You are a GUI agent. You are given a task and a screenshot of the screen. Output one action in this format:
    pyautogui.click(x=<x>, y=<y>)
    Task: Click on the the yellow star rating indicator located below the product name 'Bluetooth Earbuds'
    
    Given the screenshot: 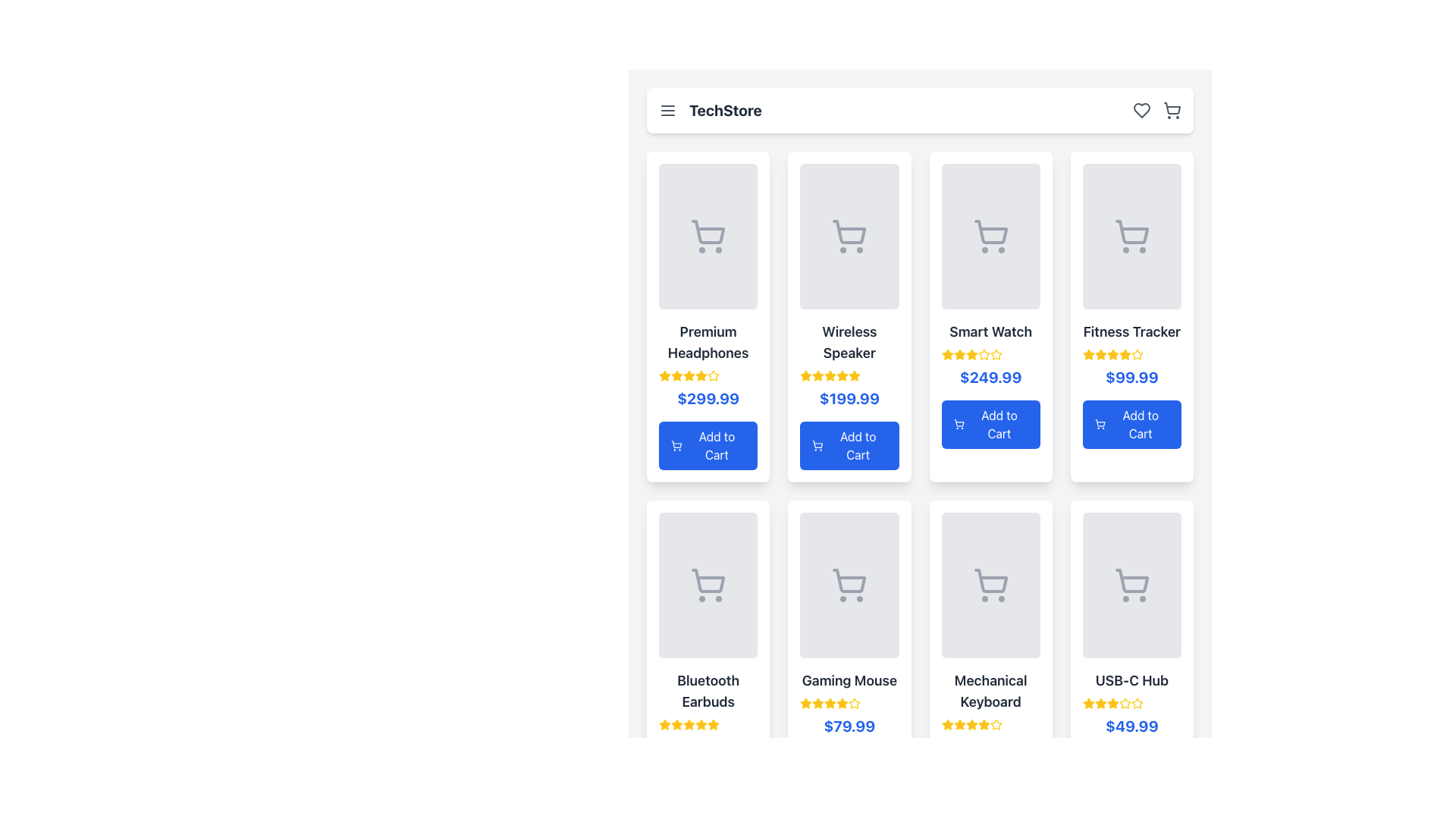 What is the action you would take?
    pyautogui.click(x=708, y=724)
    